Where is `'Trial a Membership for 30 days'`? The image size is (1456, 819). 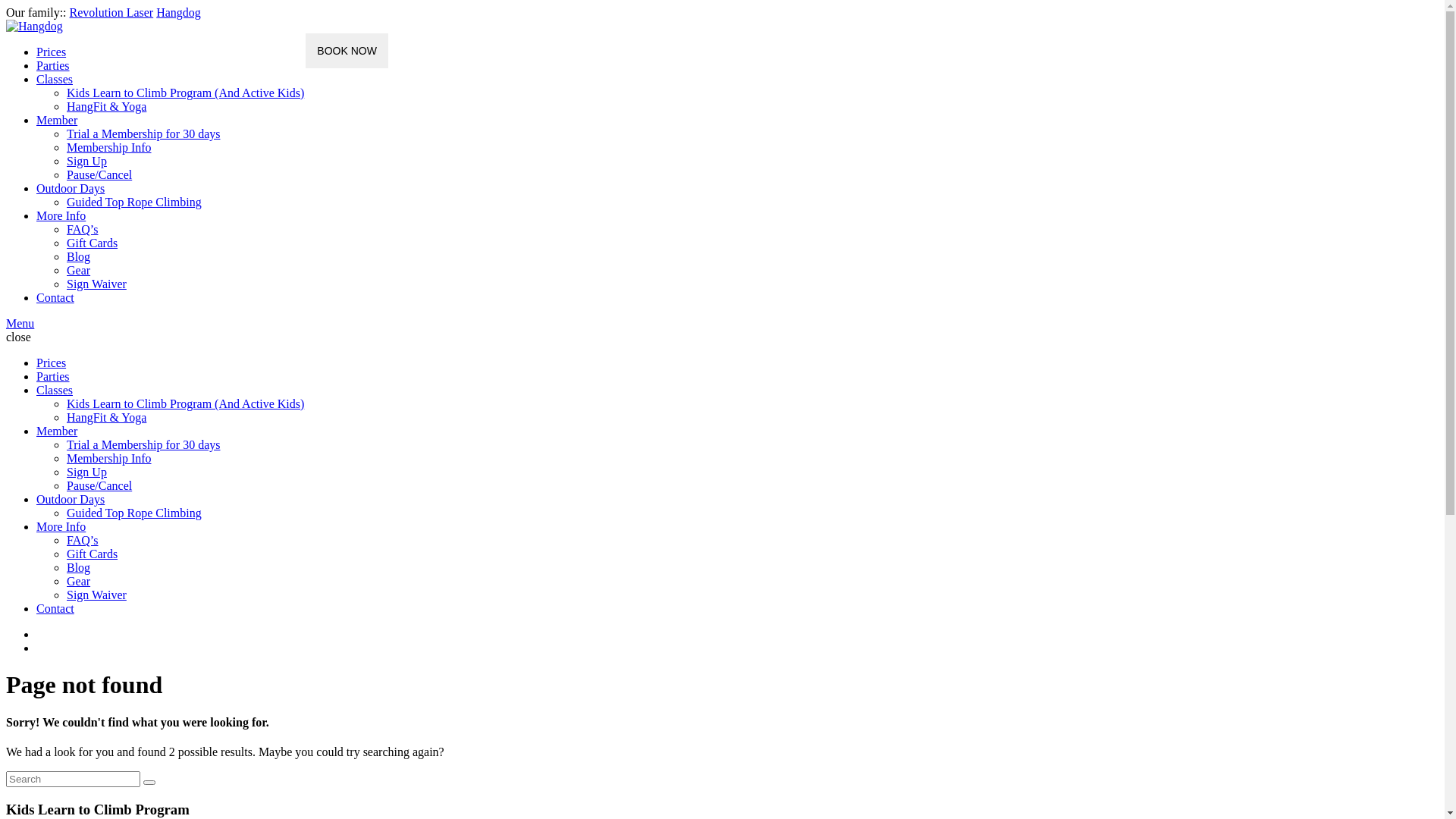
'Trial a Membership for 30 days' is located at coordinates (65, 133).